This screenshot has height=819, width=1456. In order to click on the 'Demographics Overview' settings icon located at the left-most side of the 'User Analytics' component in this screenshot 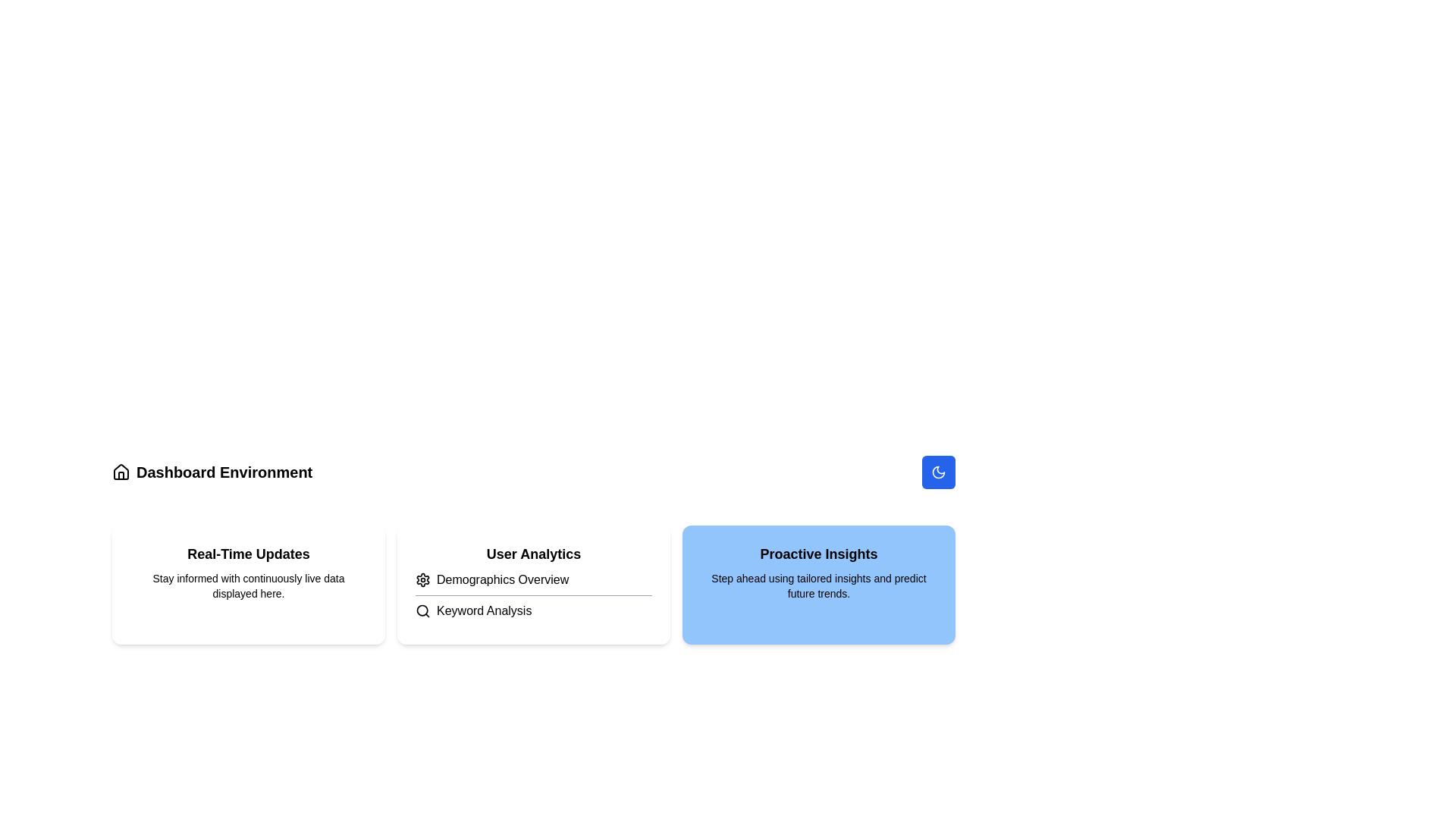, I will do `click(422, 579)`.